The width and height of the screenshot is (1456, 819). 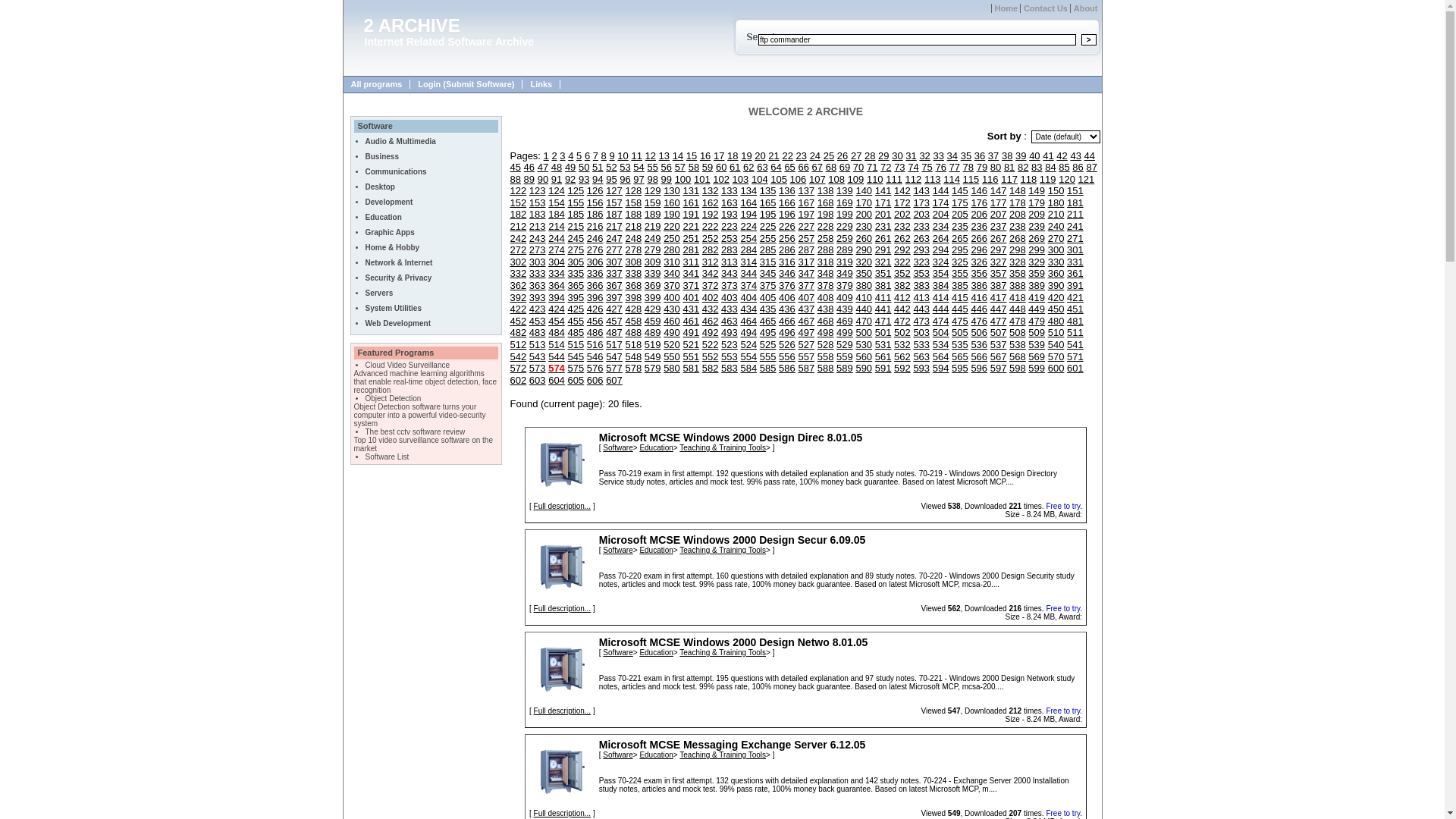 I want to click on '490', so click(x=671, y=331).